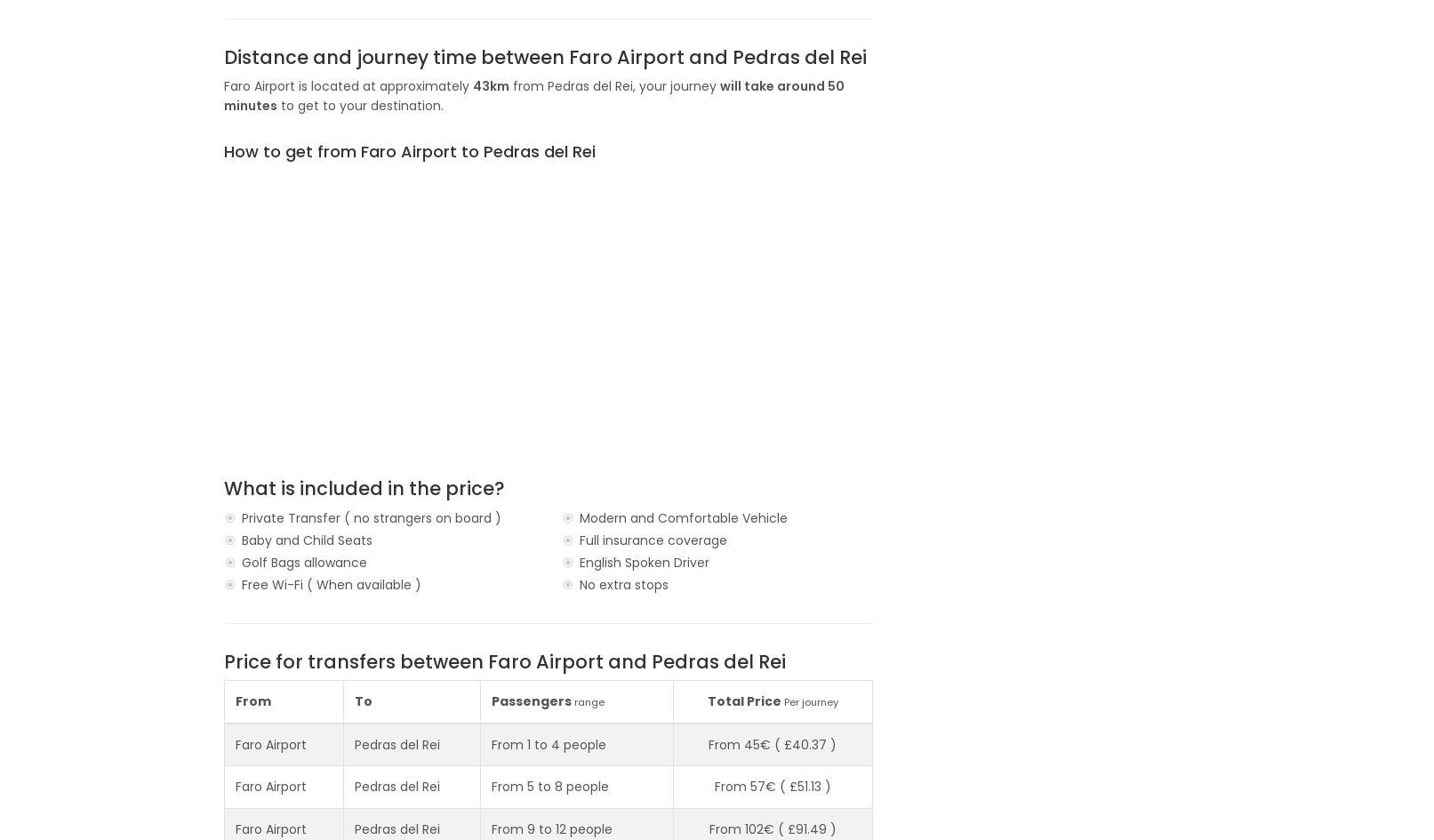 The width and height of the screenshot is (1434, 840). I want to click on 'English Spoken Driver', so click(579, 561).